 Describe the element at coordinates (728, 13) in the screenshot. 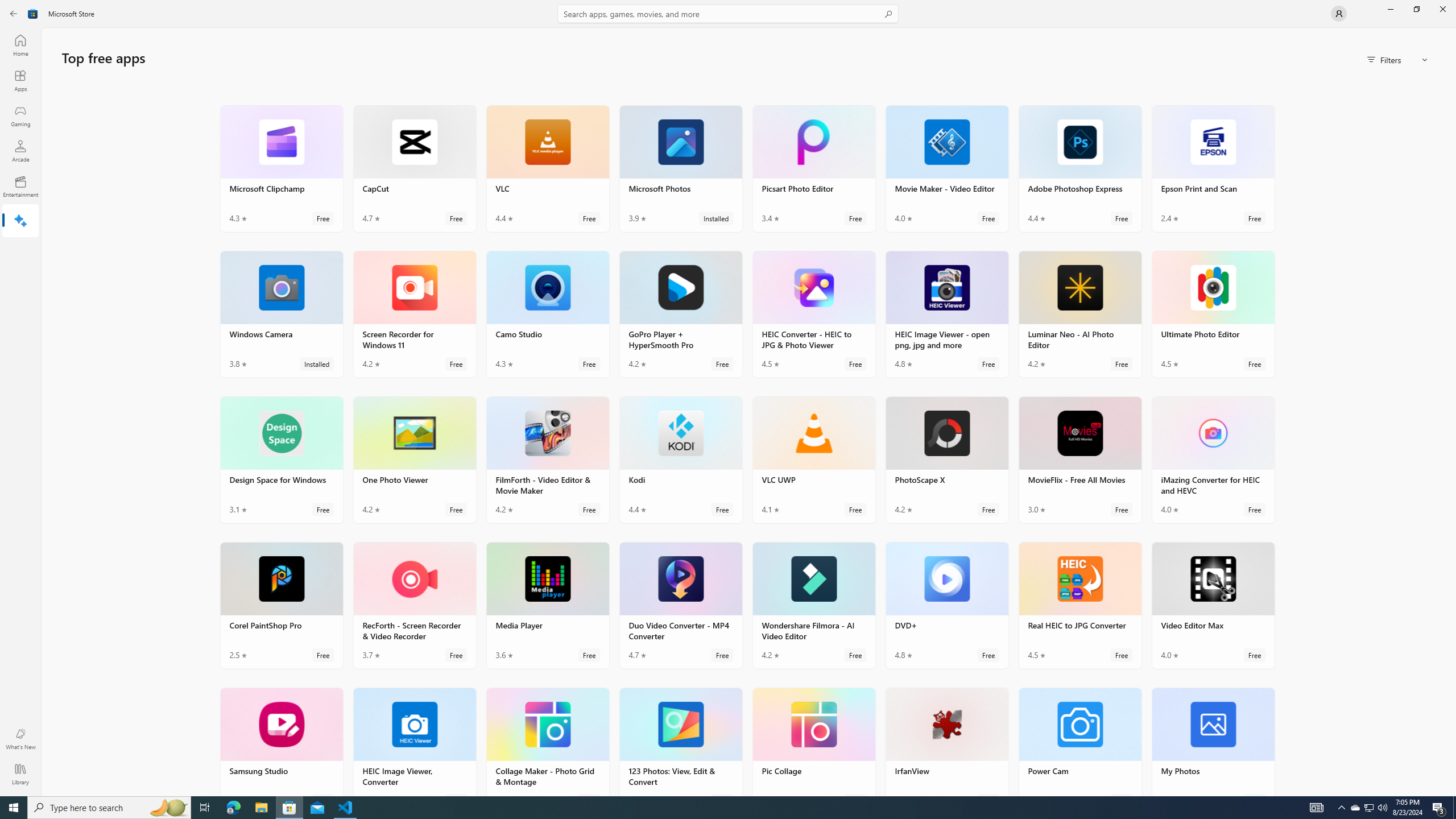

I see `'Search'` at that location.